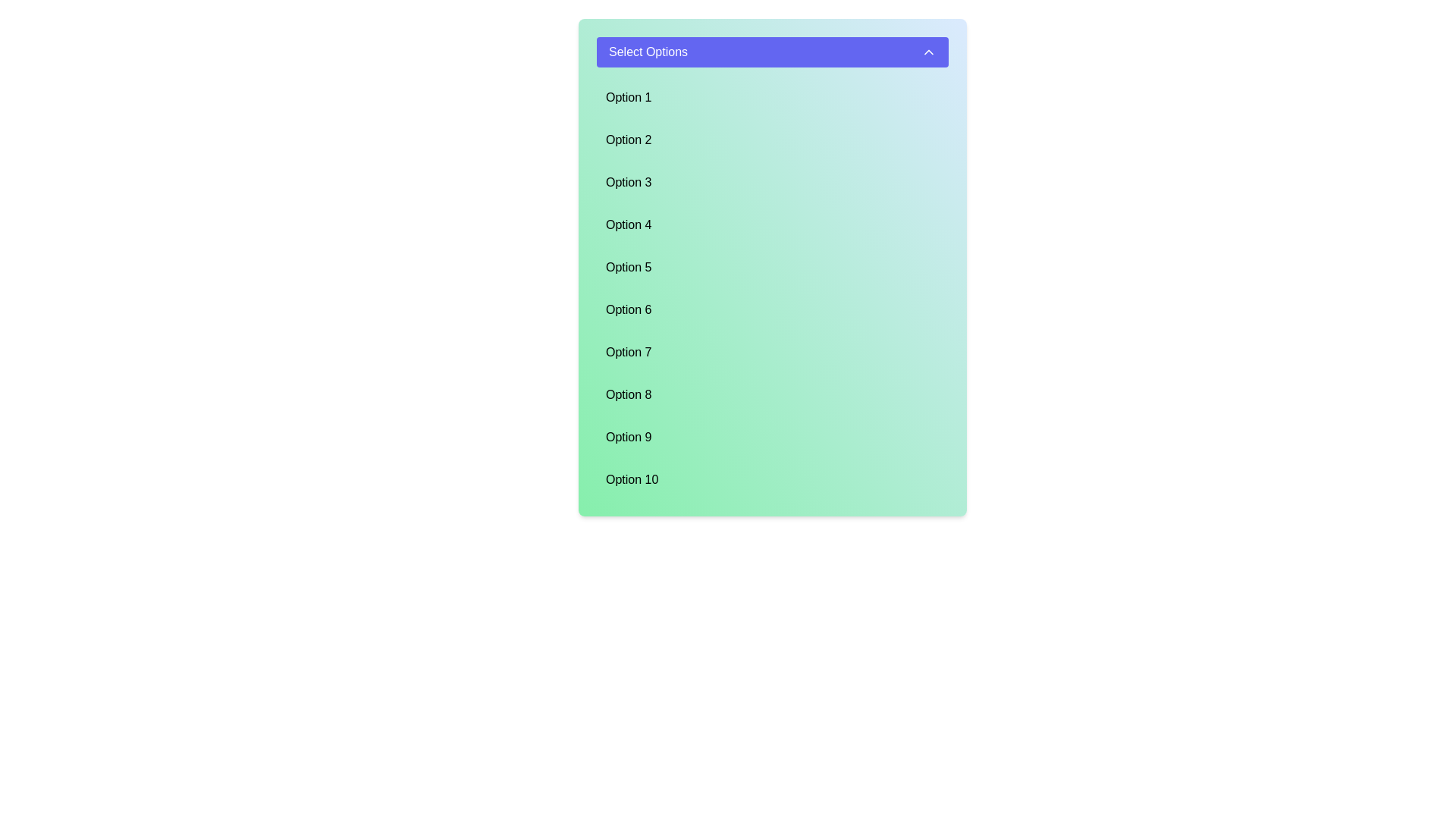 Image resolution: width=1456 pixels, height=819 pixels. I want to click on the List item displaying 'Option 8' with a light green gradient background, so click(772, 394).